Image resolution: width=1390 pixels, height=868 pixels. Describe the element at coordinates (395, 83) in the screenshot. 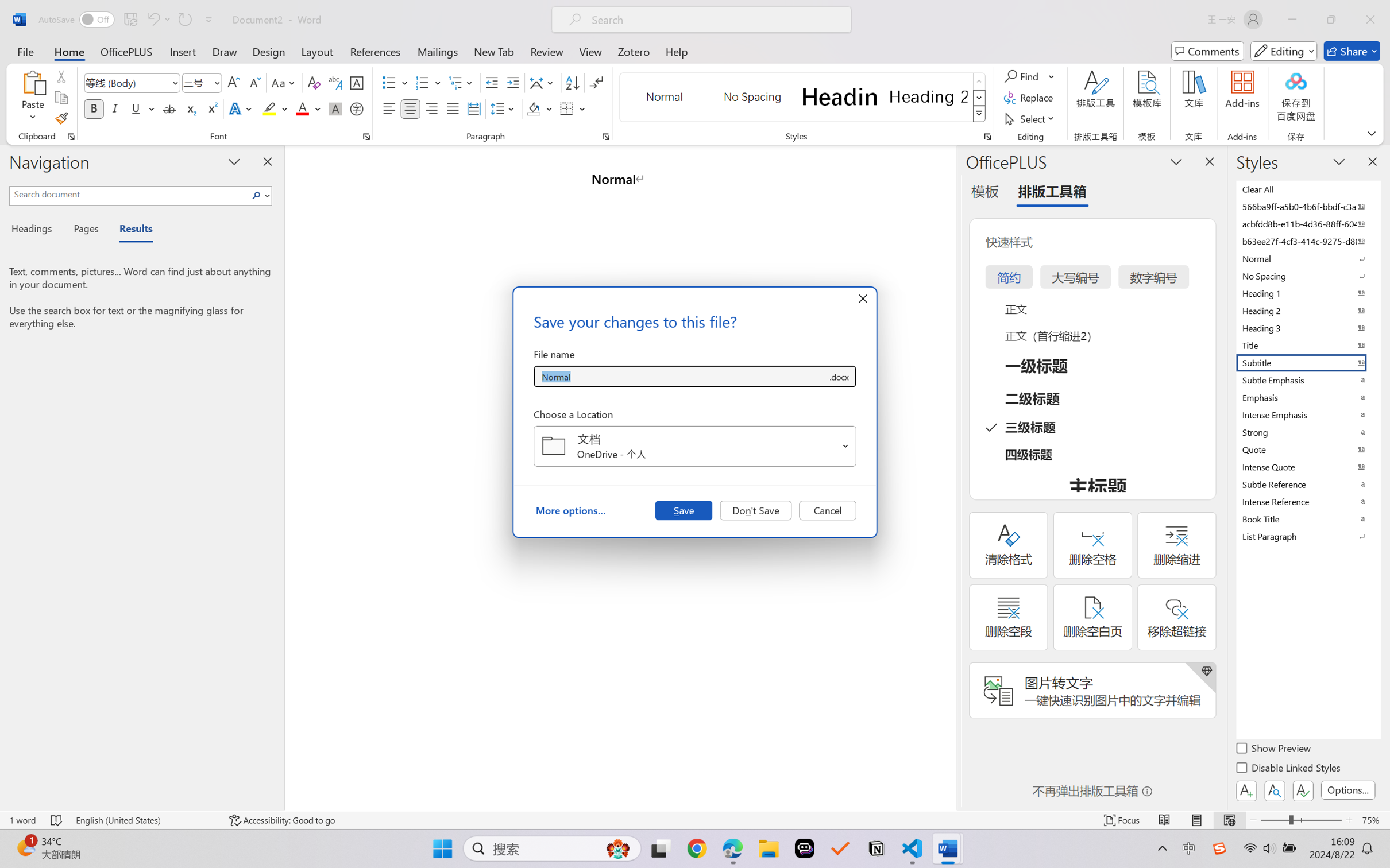

I see `'Bullets'` at that location.